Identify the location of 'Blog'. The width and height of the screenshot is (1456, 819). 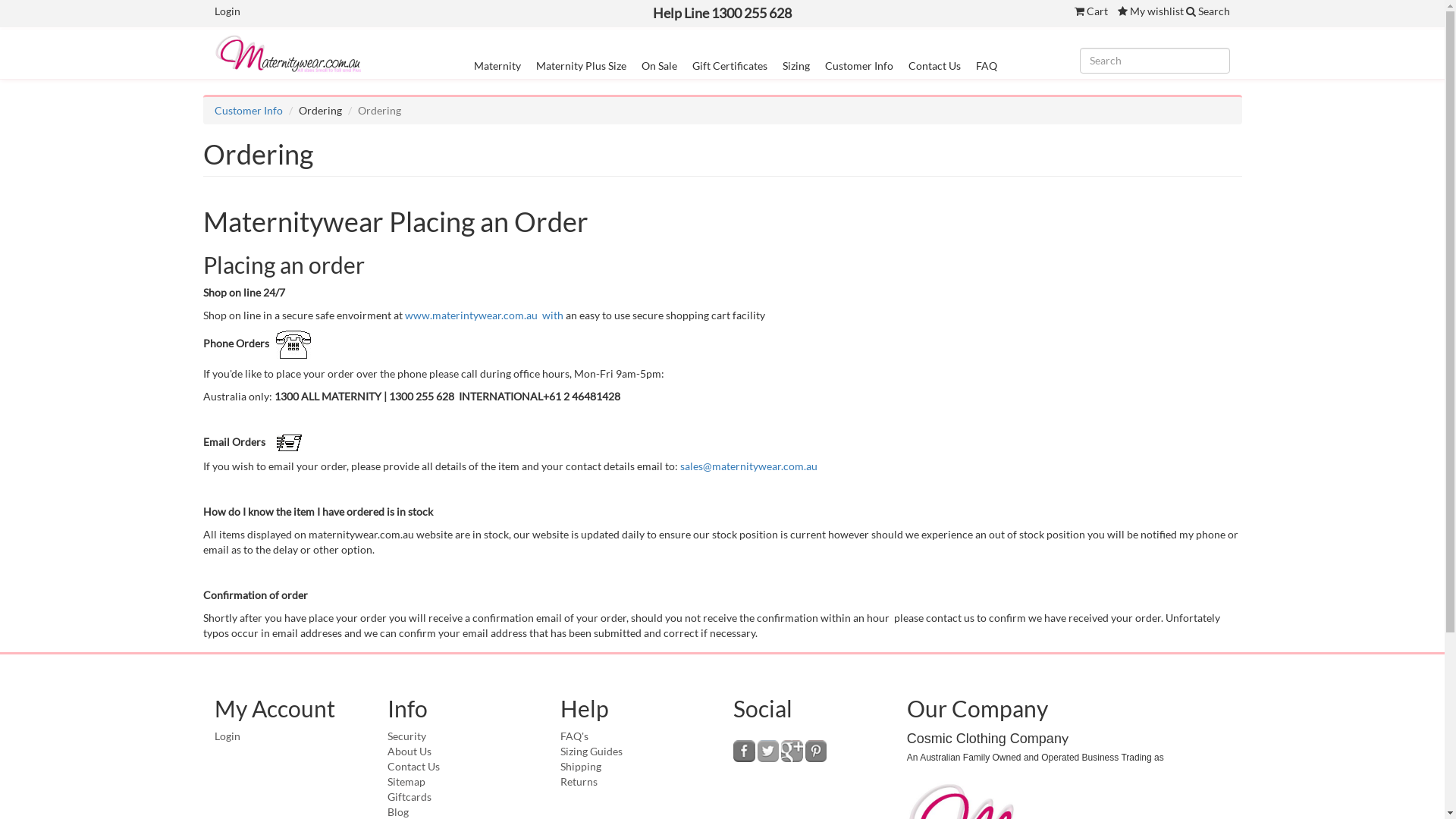
(397, 811).